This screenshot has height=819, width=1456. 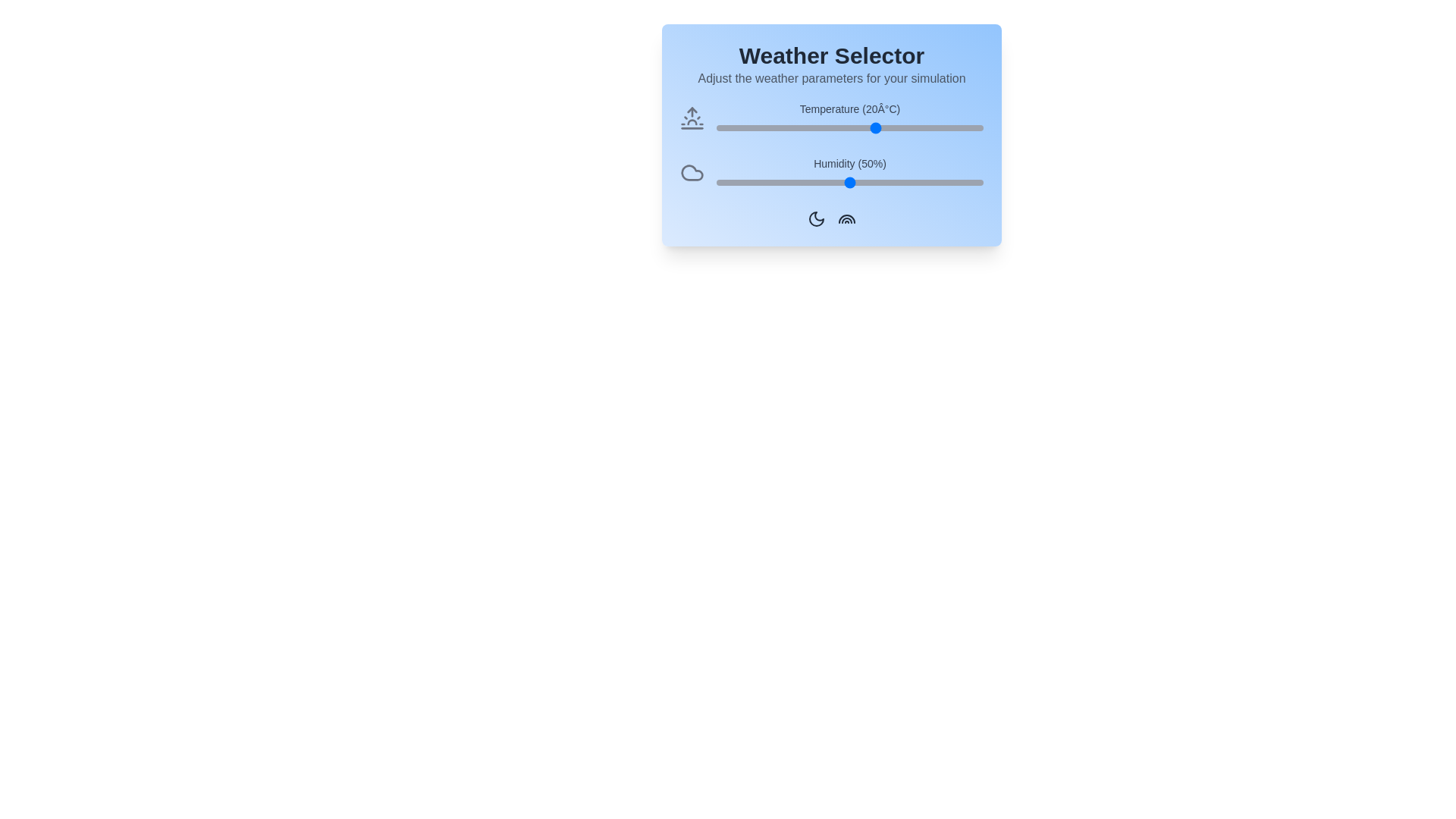 What do you see at coordinates (764, 127) in the screenshot?
I see `the temperature slider to -1 degrees Celsius` at bounding box center [764, 127].